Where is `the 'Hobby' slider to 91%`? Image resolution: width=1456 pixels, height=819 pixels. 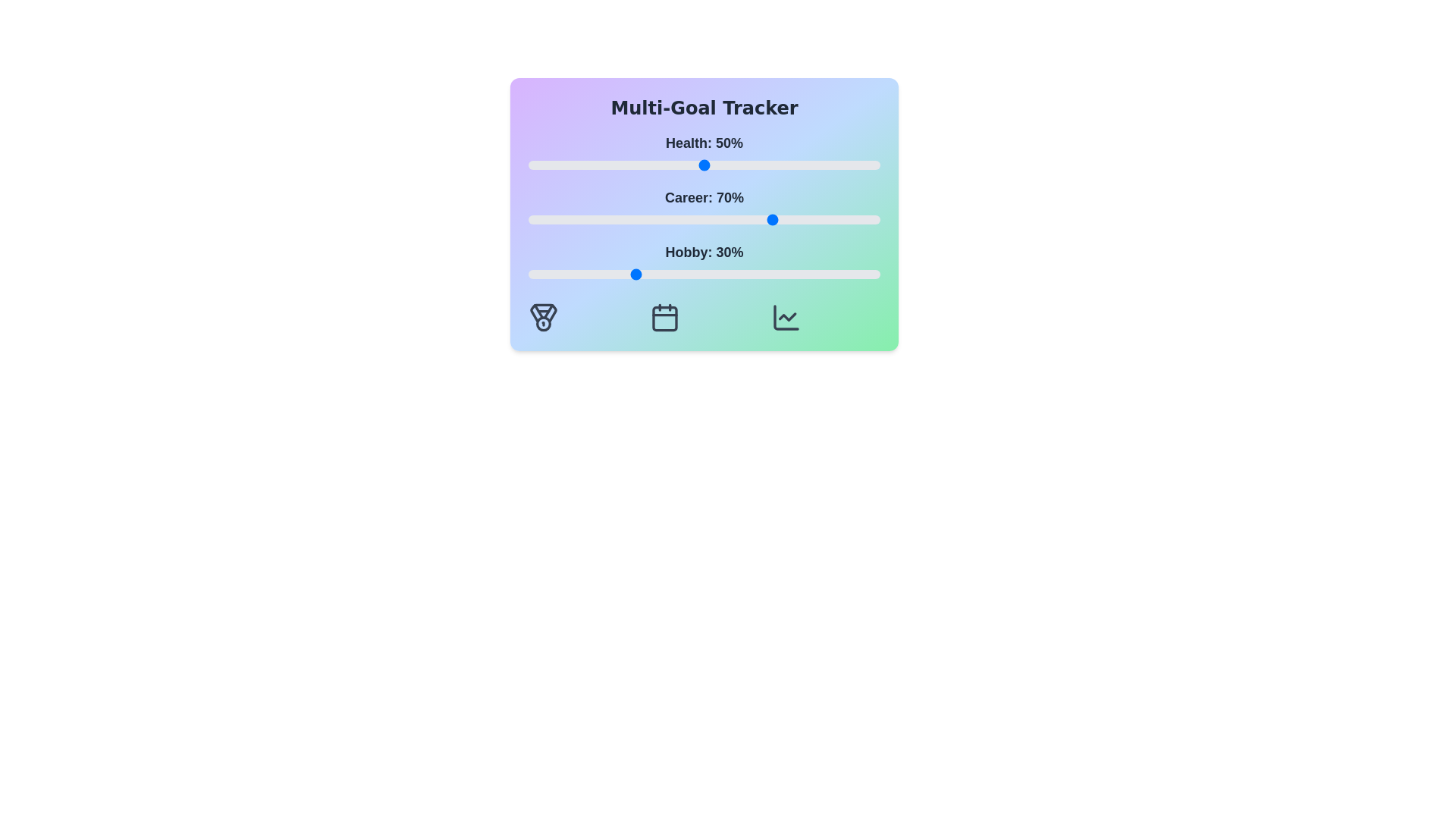
the 'Hobby' slider to 91% is located at coordinates (848, 275).